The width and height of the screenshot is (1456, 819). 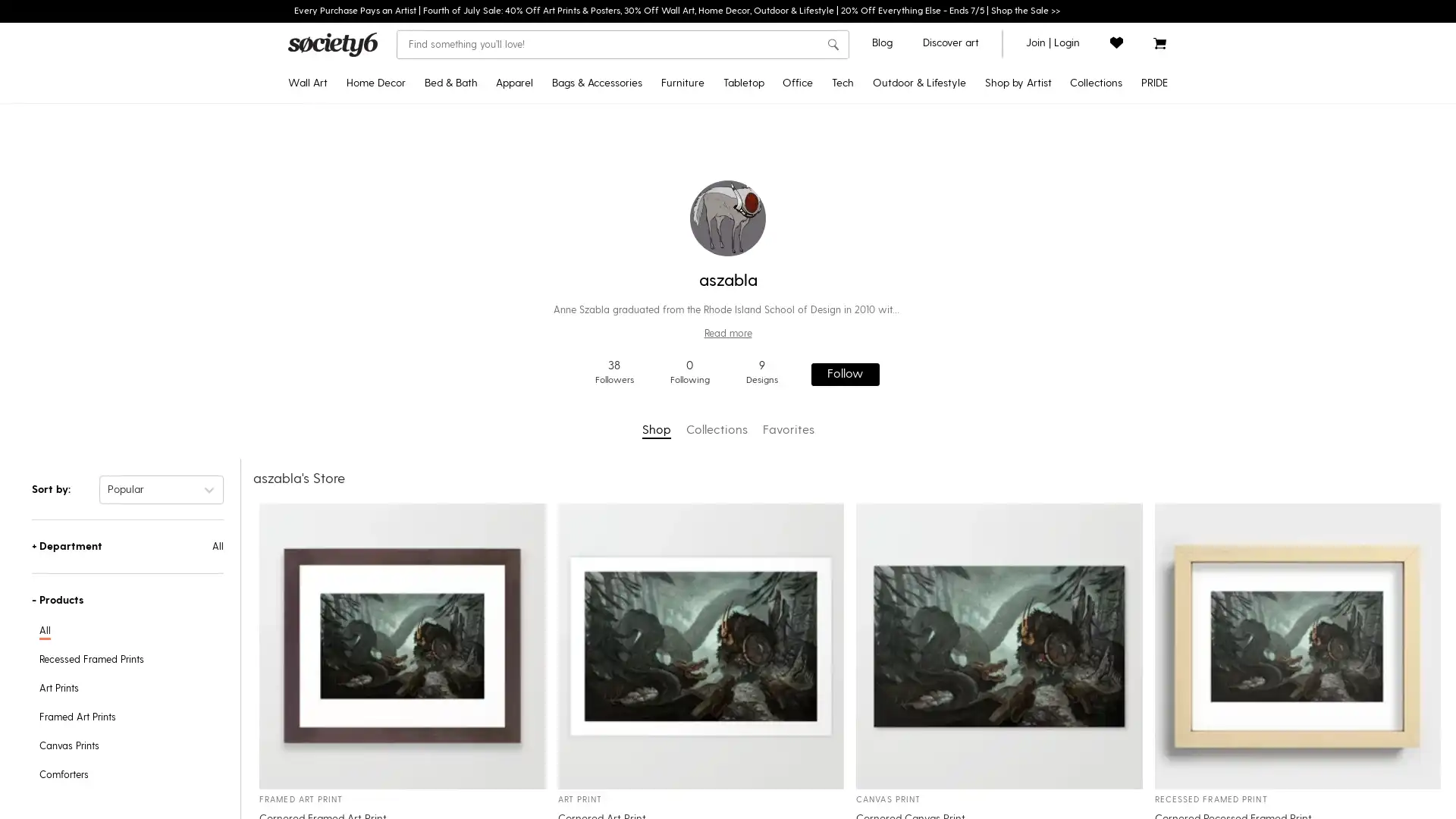 I want to click on Counter Stools, so click(x=708, y=194).